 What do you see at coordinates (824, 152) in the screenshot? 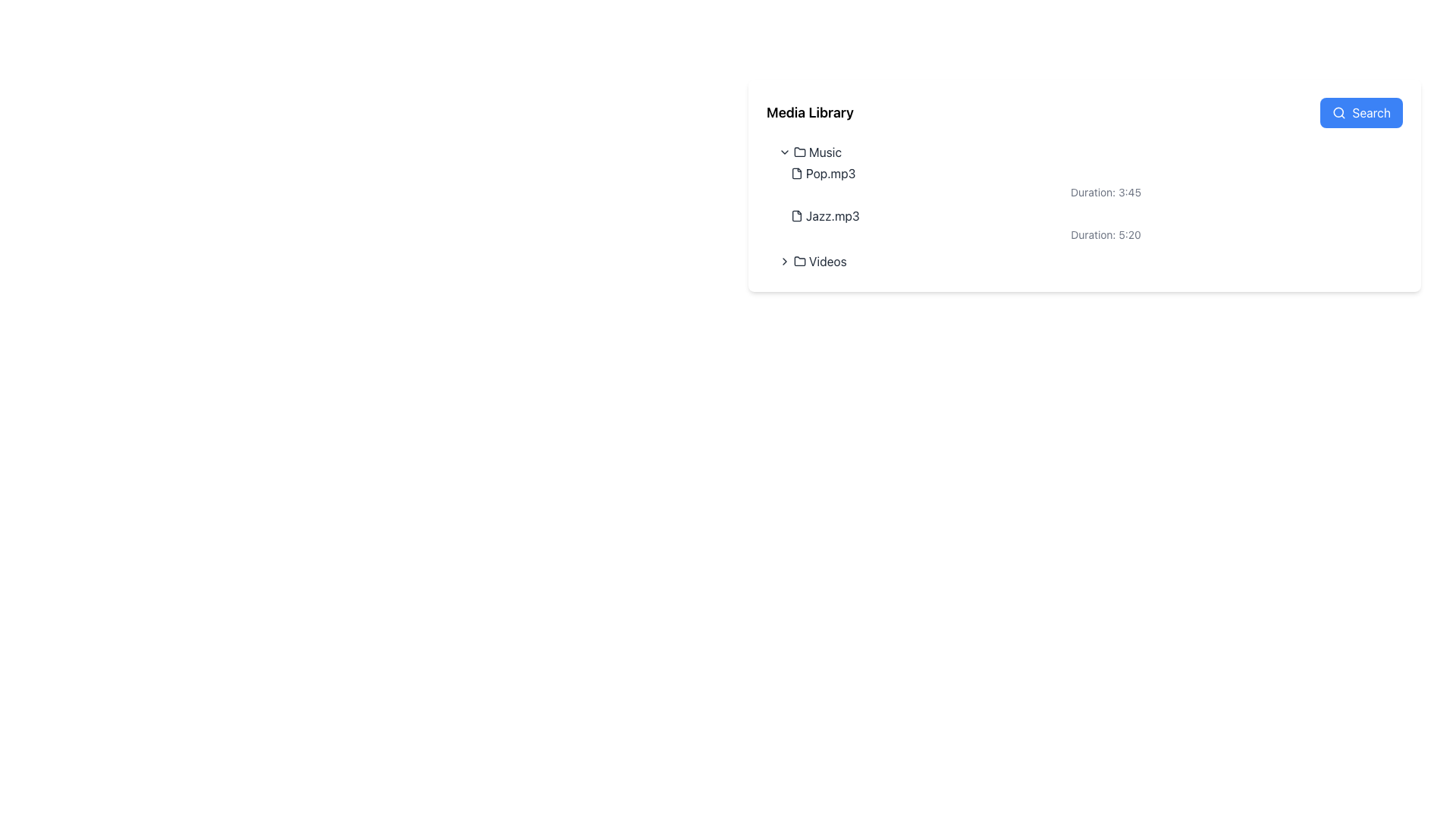
I see `the 'Music' text label in the Media Library section` at bounding box center [824, 152].